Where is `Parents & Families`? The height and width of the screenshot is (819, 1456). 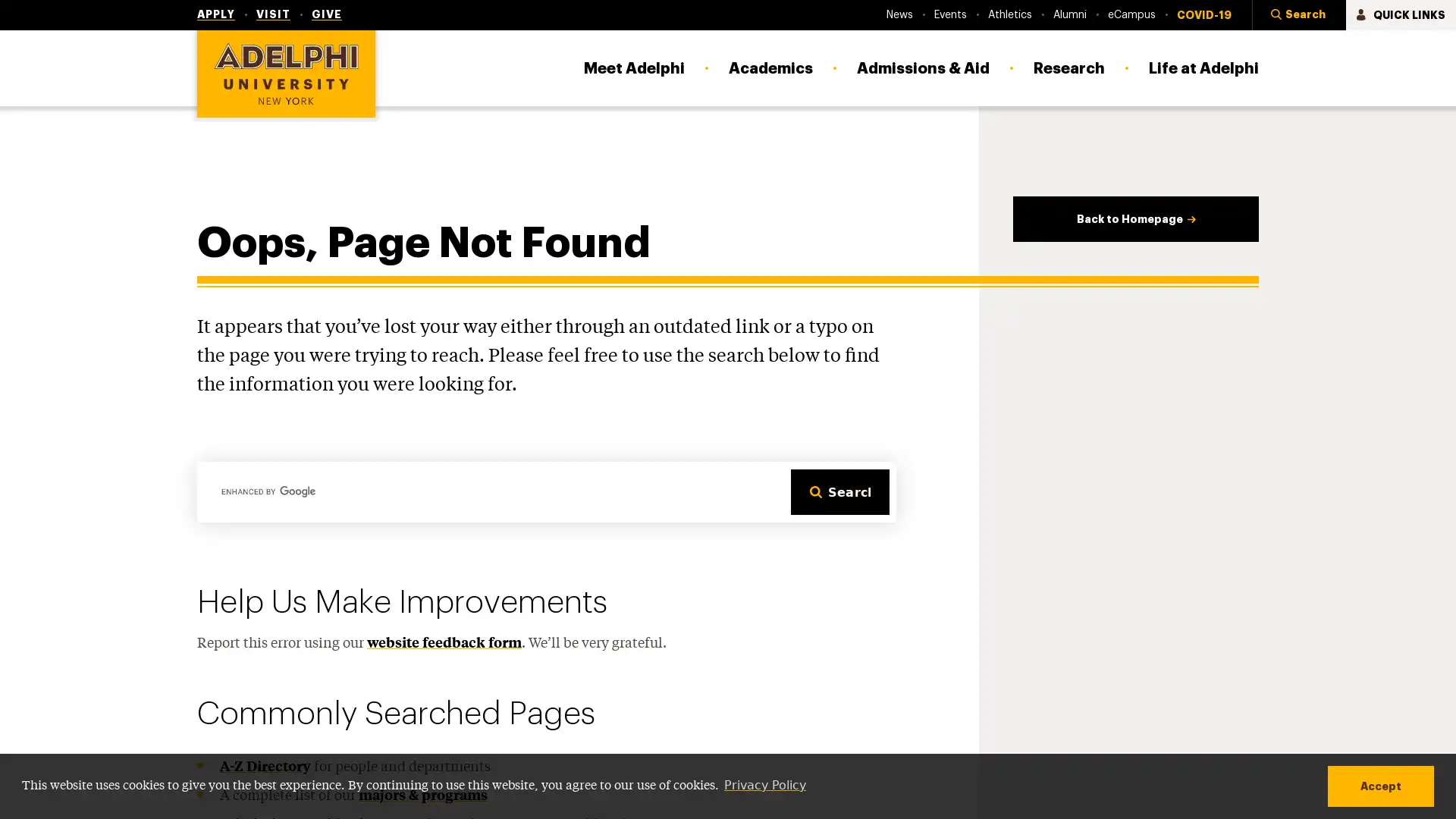
Parents & Families is located at coordinates (1015, 185).